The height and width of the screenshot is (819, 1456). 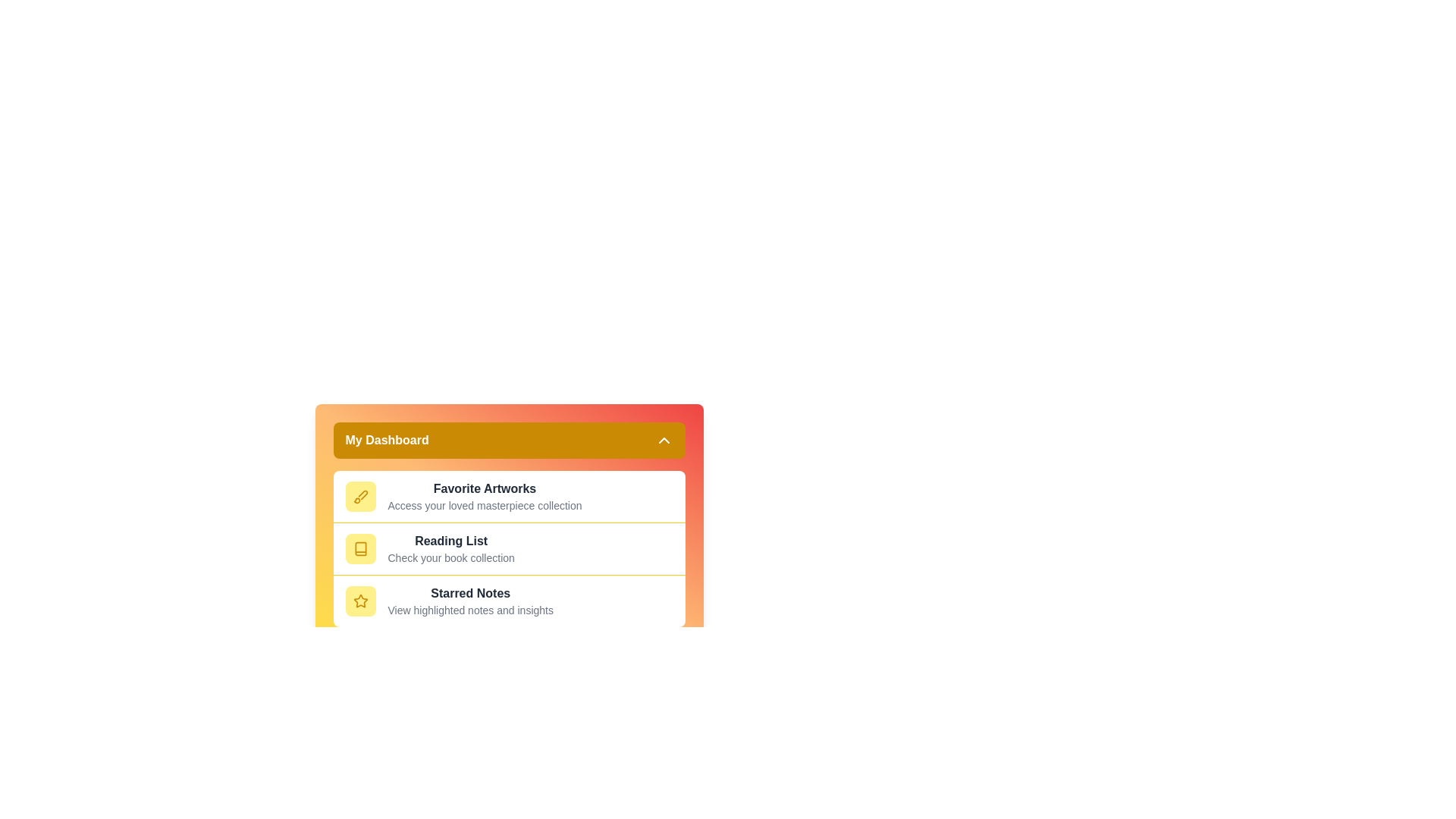 I want to click on the square-shaped icon with rounded corners, filled with a light yellow background and a book symbol in the center, located above the 'Starred Notes' section and below the 'Favorite Artworks' section, so click(x=359, y=549).